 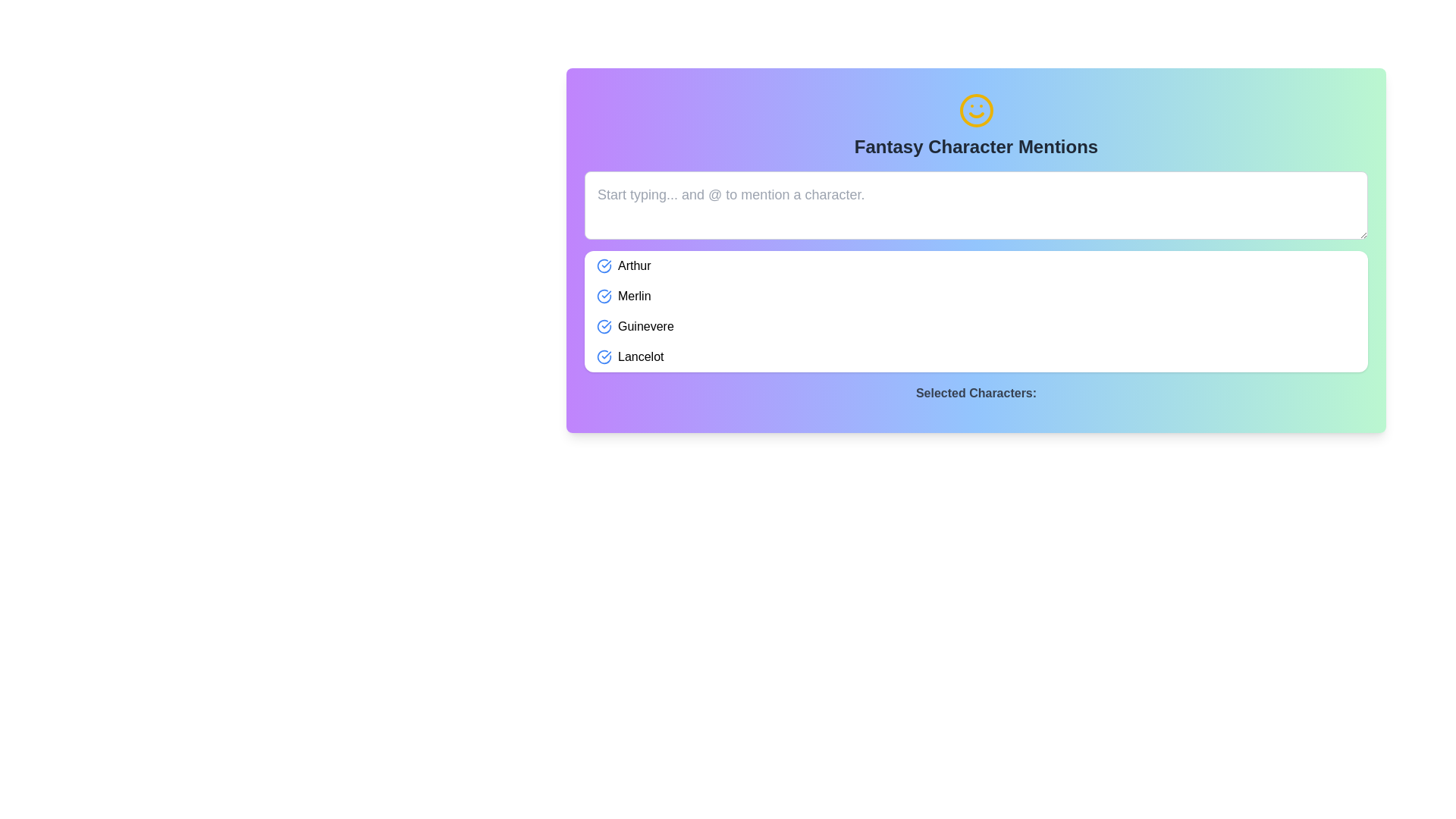 I want to click on the header label 'Selected Characters:', so click(x=976, y=396).